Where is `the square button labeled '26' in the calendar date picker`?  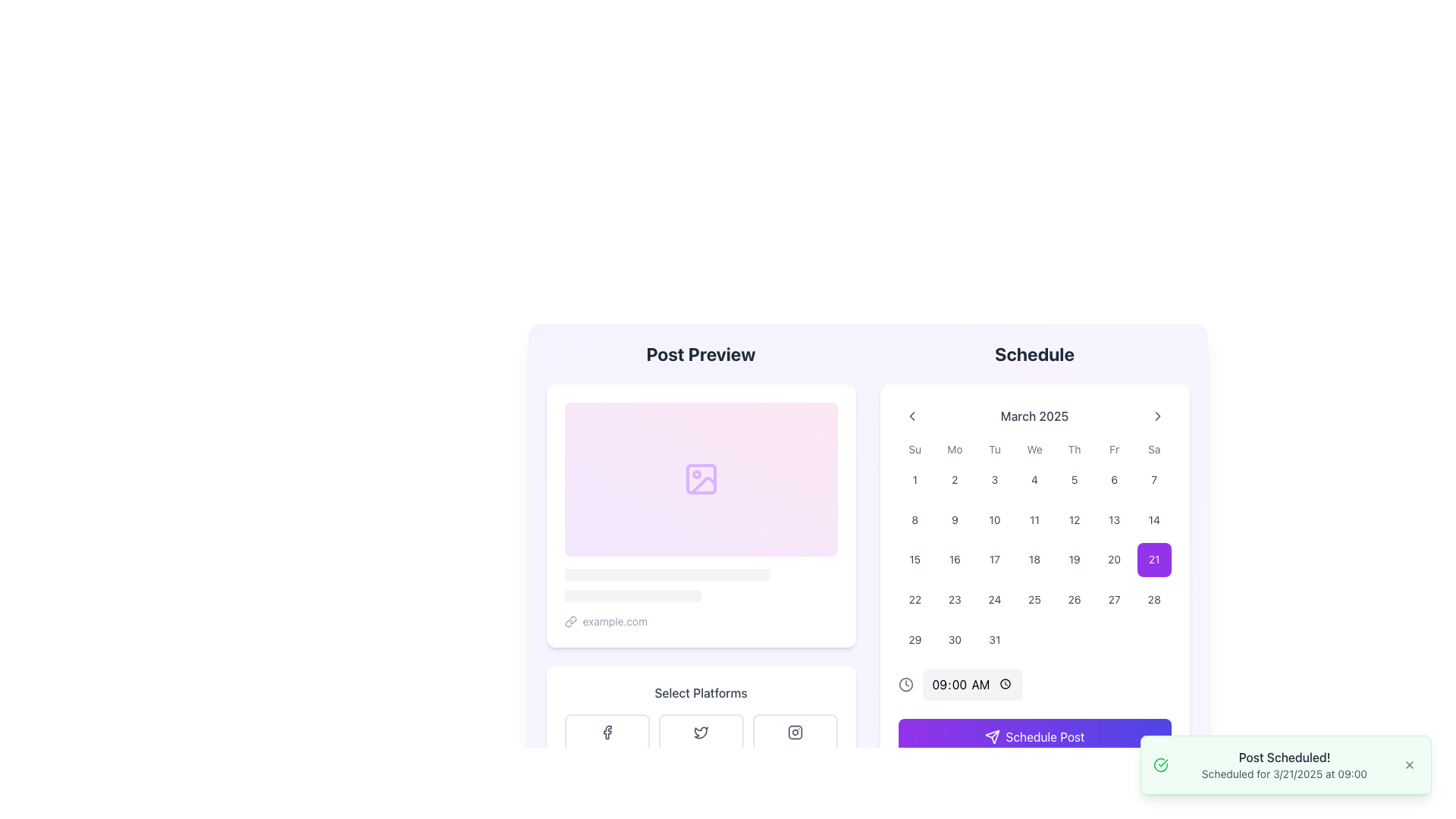 the square button labeled '26' in the calendar date picker is located at coordinates (1074, 598).